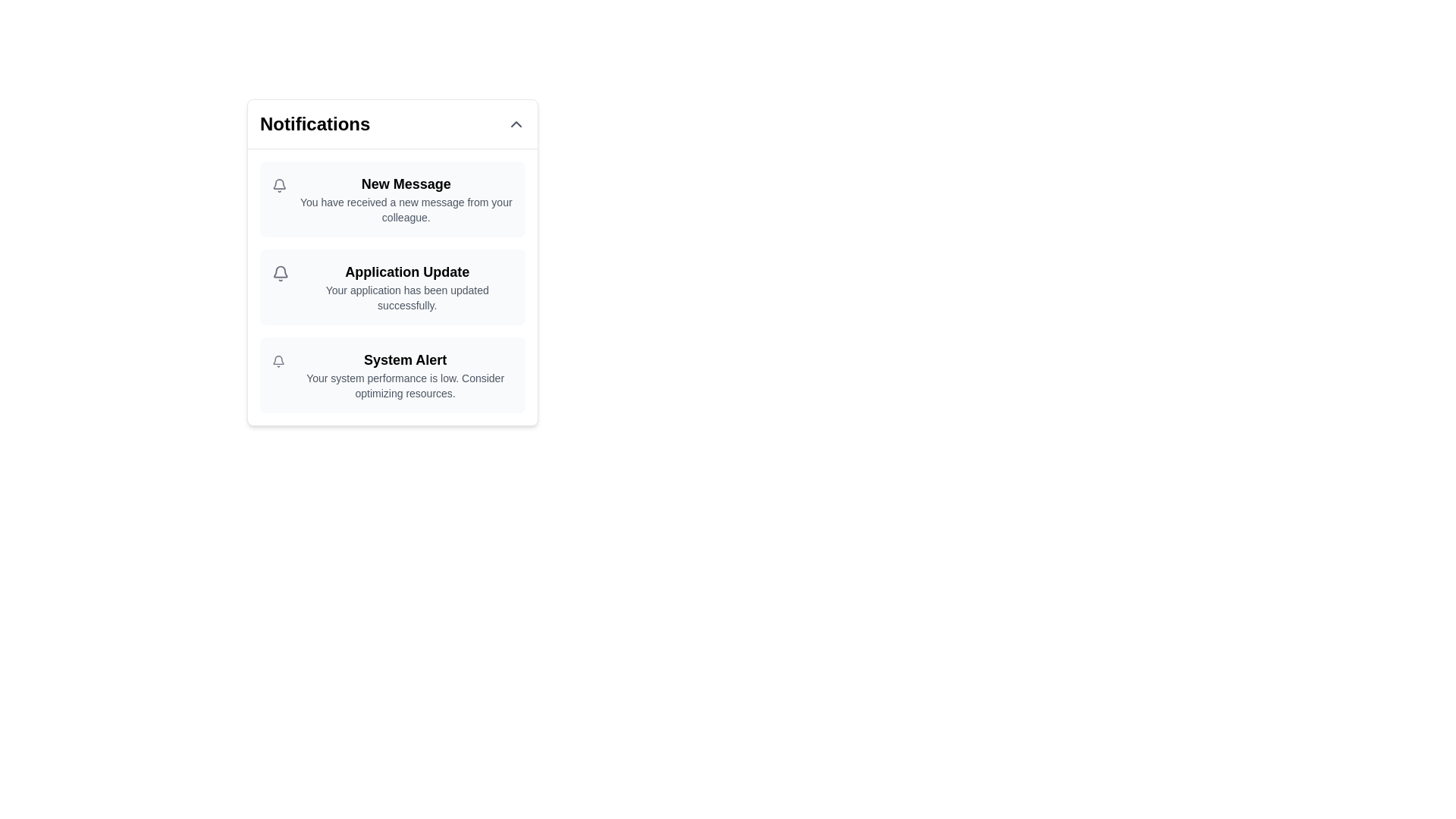 Image resolution: width=1456 pixels, height=819 pixels. Describe the element at coordinates (278, 362) in the screenshot. I see `the gray bell icon located to the left of the text content in the 'System Alert' notification card, which is the third item in the list of notifications` at that location.